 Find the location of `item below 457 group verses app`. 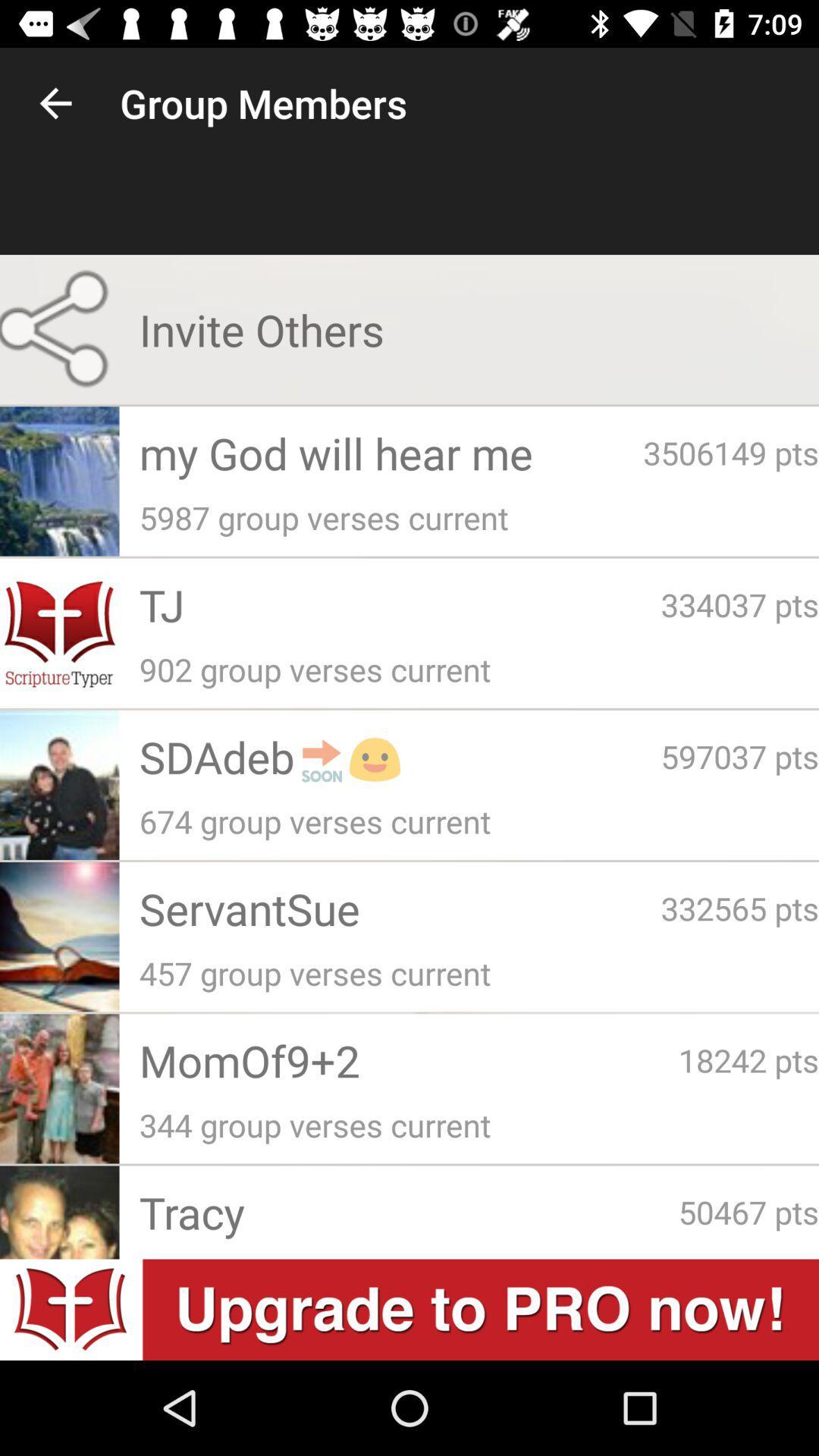

item below 457 group verses app is located at coordinates (748, 1059).